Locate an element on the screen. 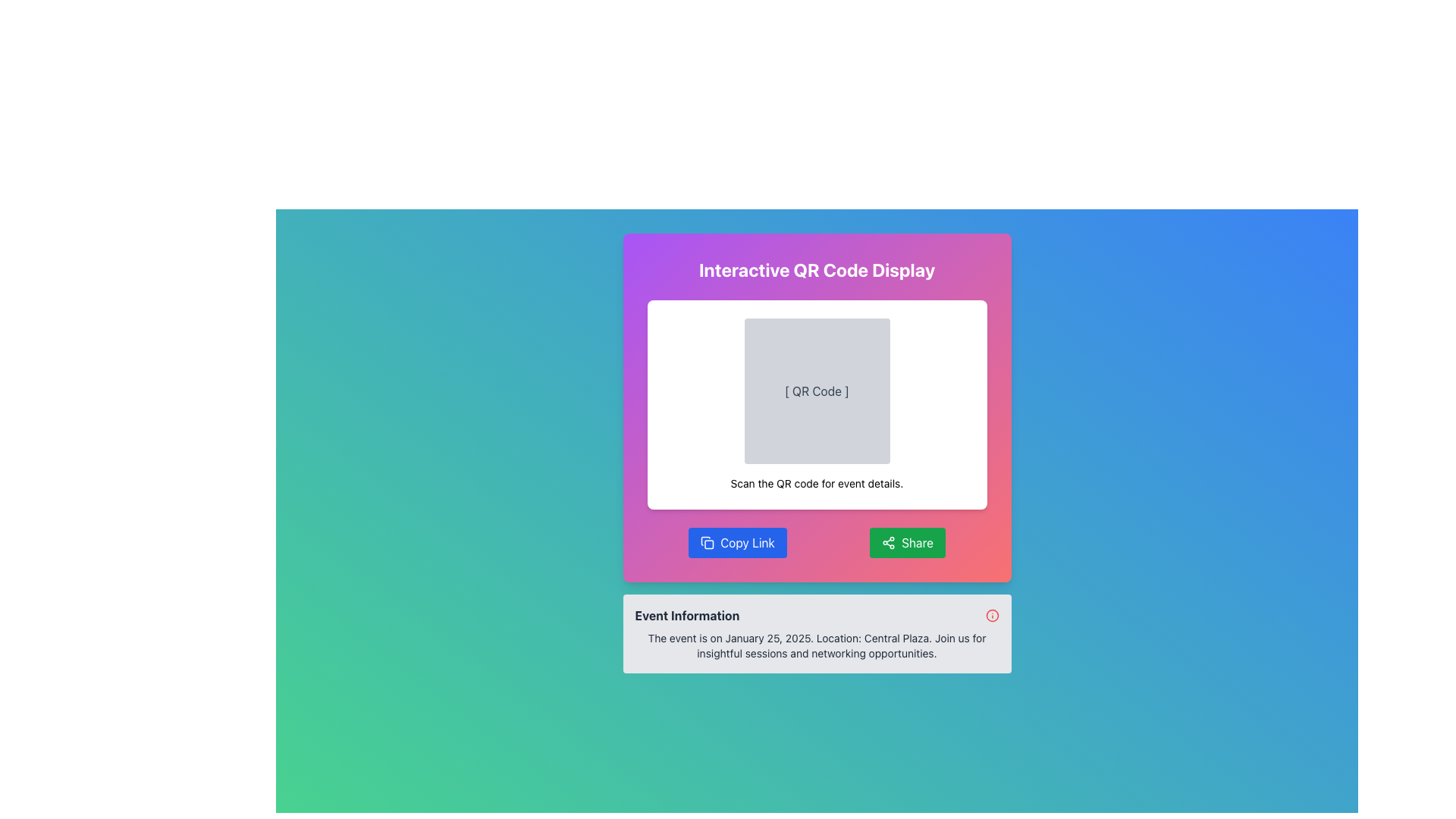  the 'Share' button located in the Button Group below the QR code in the 'Interactive QR Code Display' to share the link is located at coordinates (816, 542).